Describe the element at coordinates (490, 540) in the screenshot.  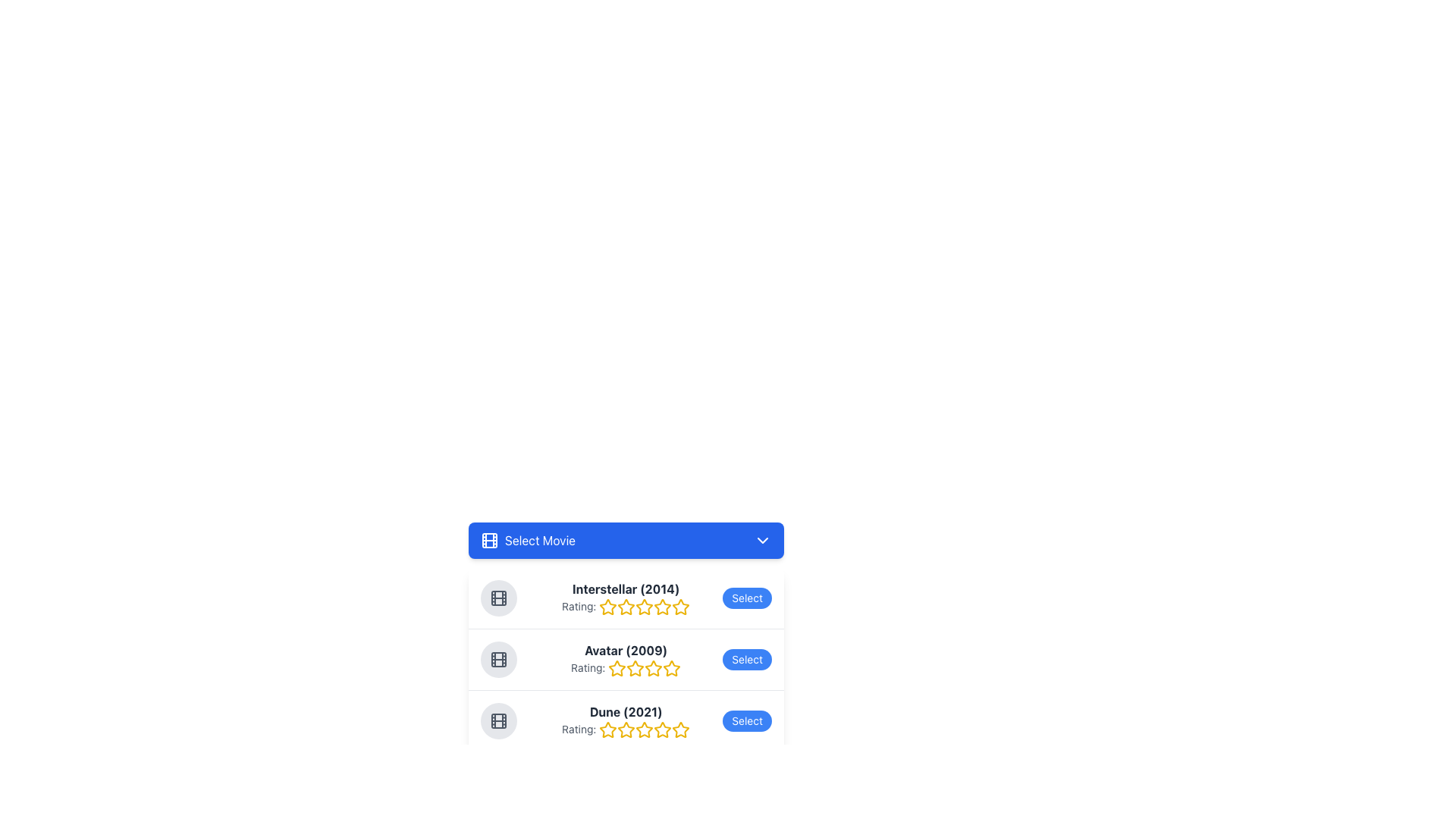
I see `the icon located at the leftmost position of the 'Select Movie' header bar, which serves as a visual representation for the section` at that location.